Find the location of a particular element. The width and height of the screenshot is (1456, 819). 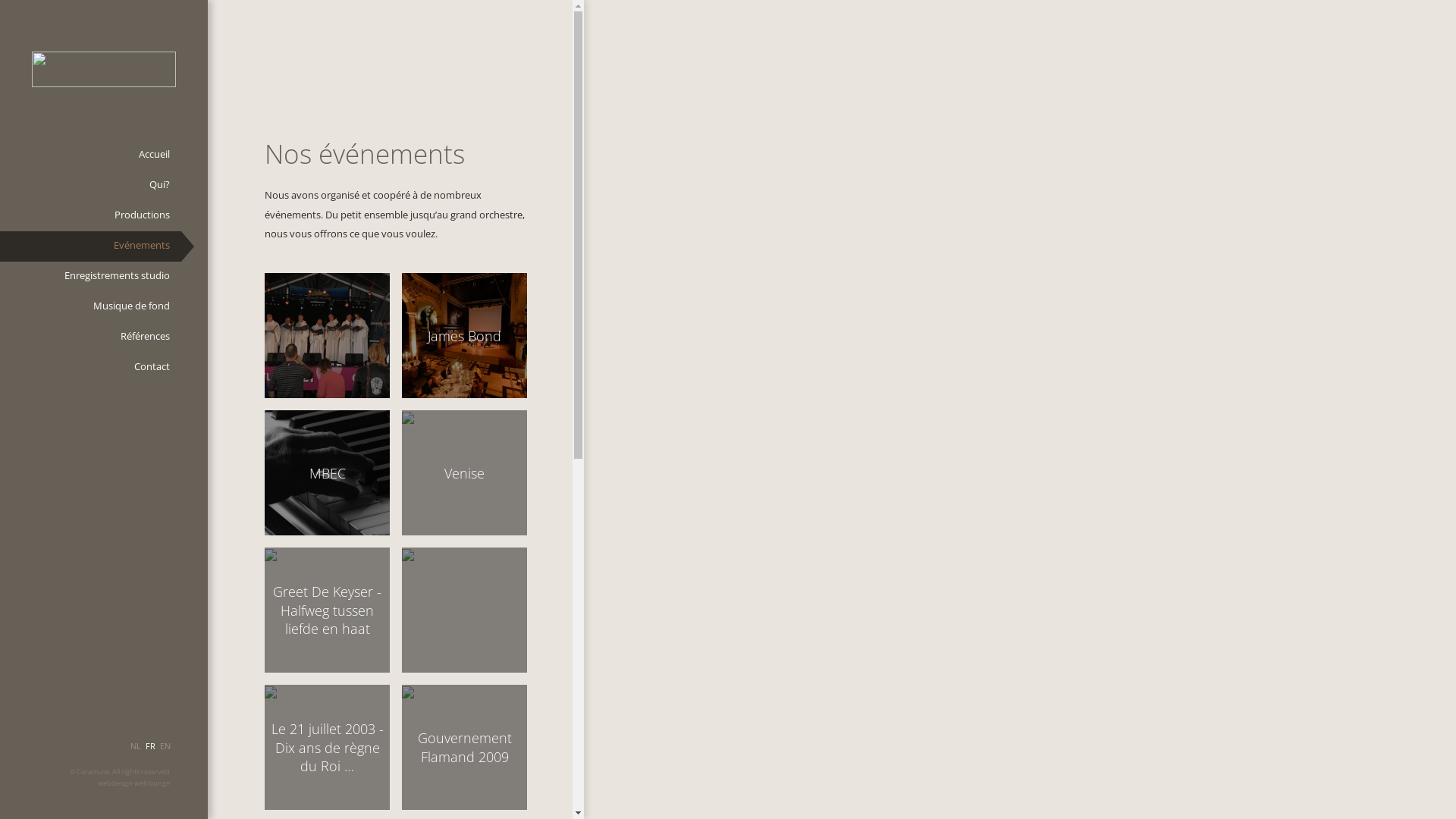

'Enregistrements studio' is located at coordinates (89, 277).